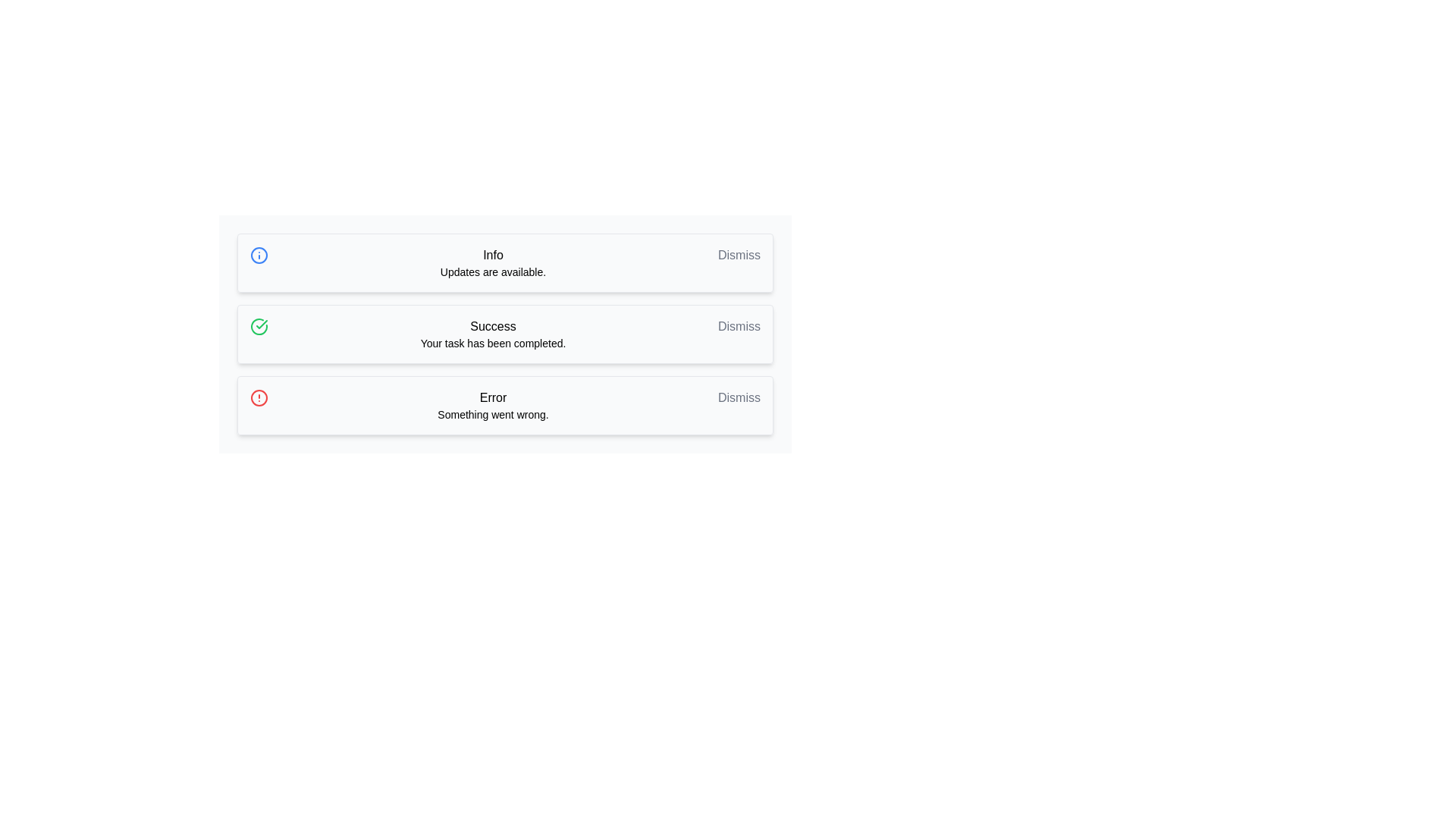 The width and height of the screenshot is (1456, 819). Describe the element at coordinates (493, 254) in the screenshot. I see `the text label that serves as a section header, which is located at the top of the interface within the info notification, preceding the text 'Updates are available.'` at that location.